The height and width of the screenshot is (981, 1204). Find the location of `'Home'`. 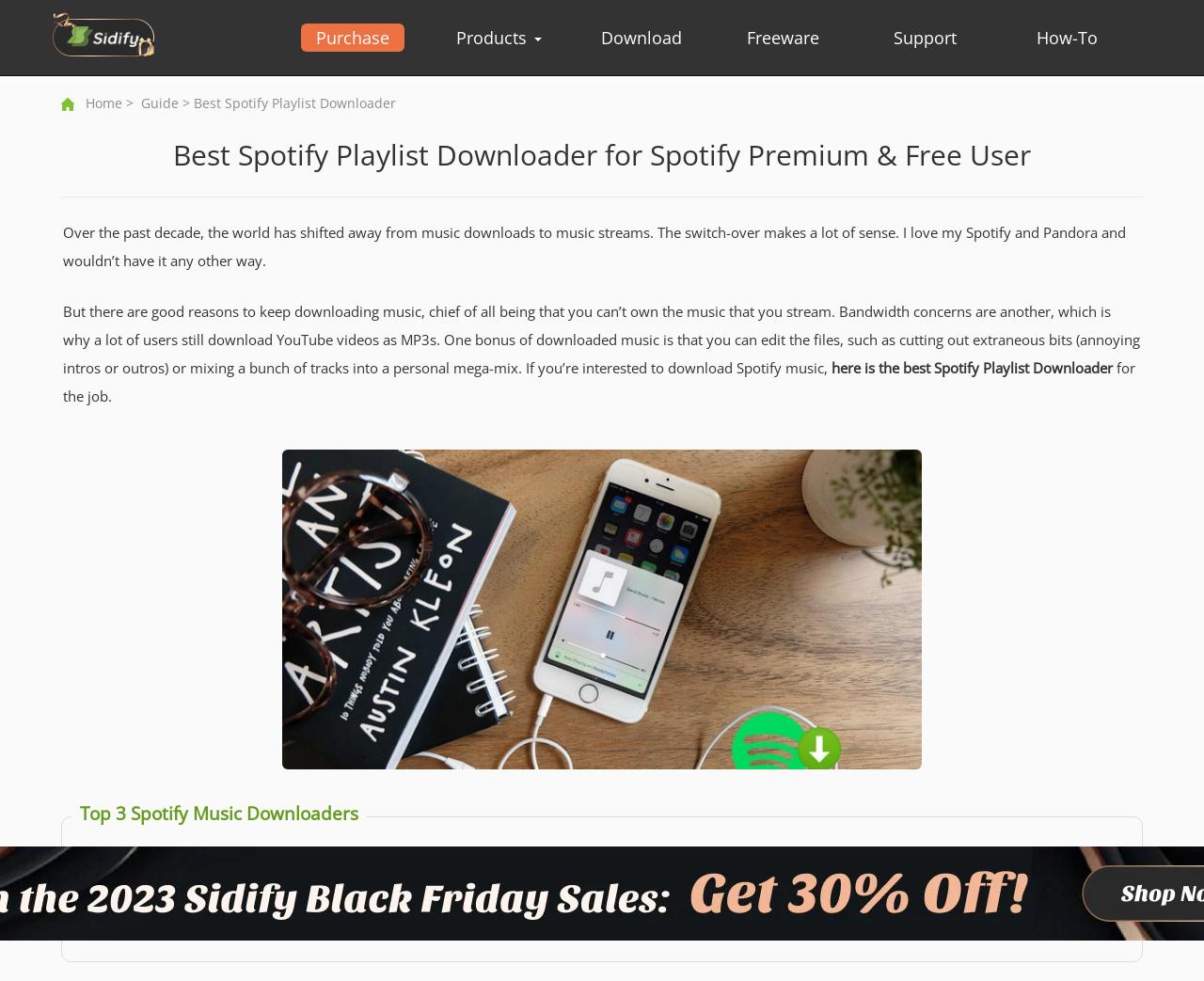

'Home' is located at coordinates (103, 103).